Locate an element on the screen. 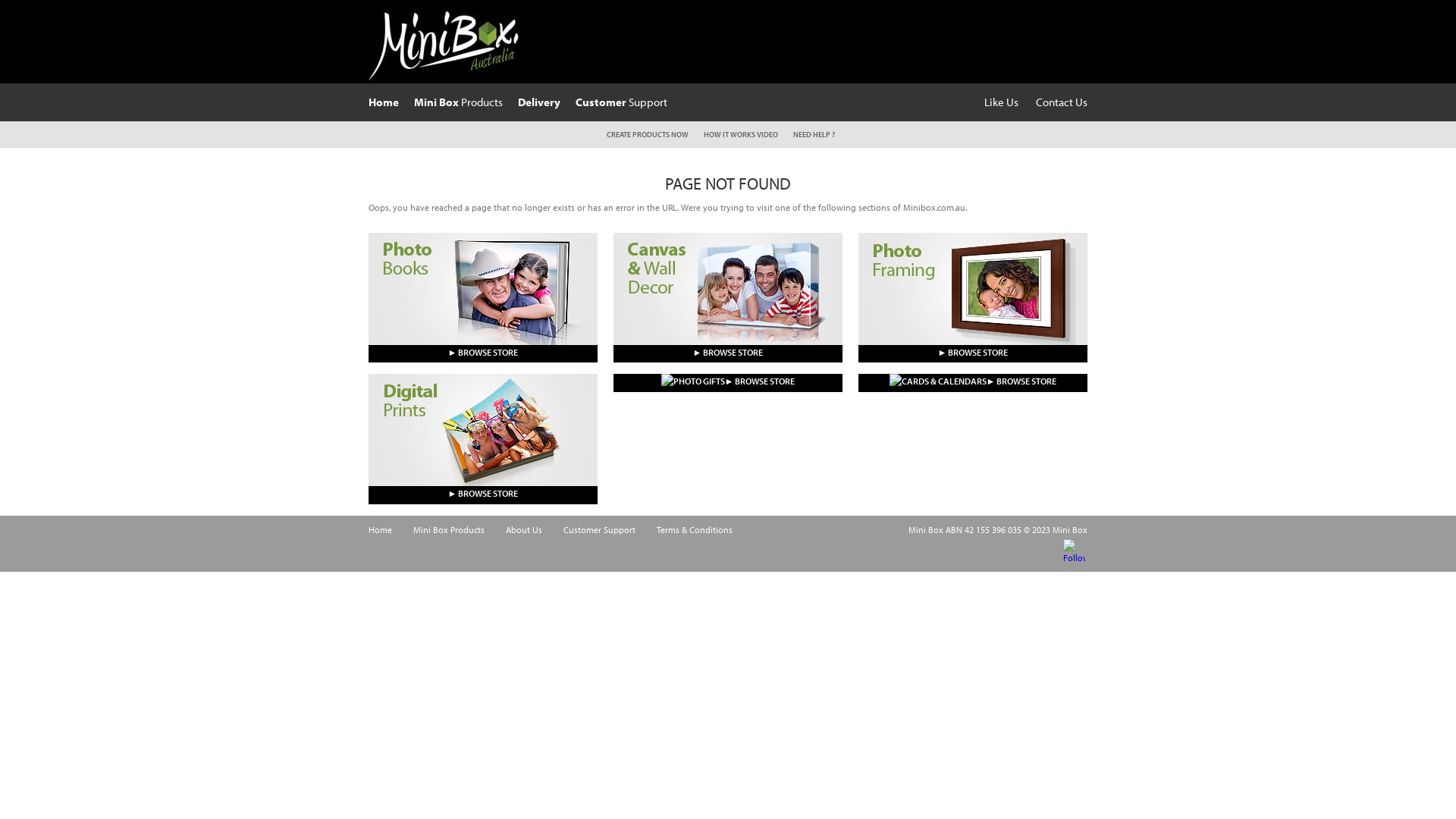 The height and width of the screenshot is (819, 1456). 'NEED HELP ?' is located at coordinates (813, 133).